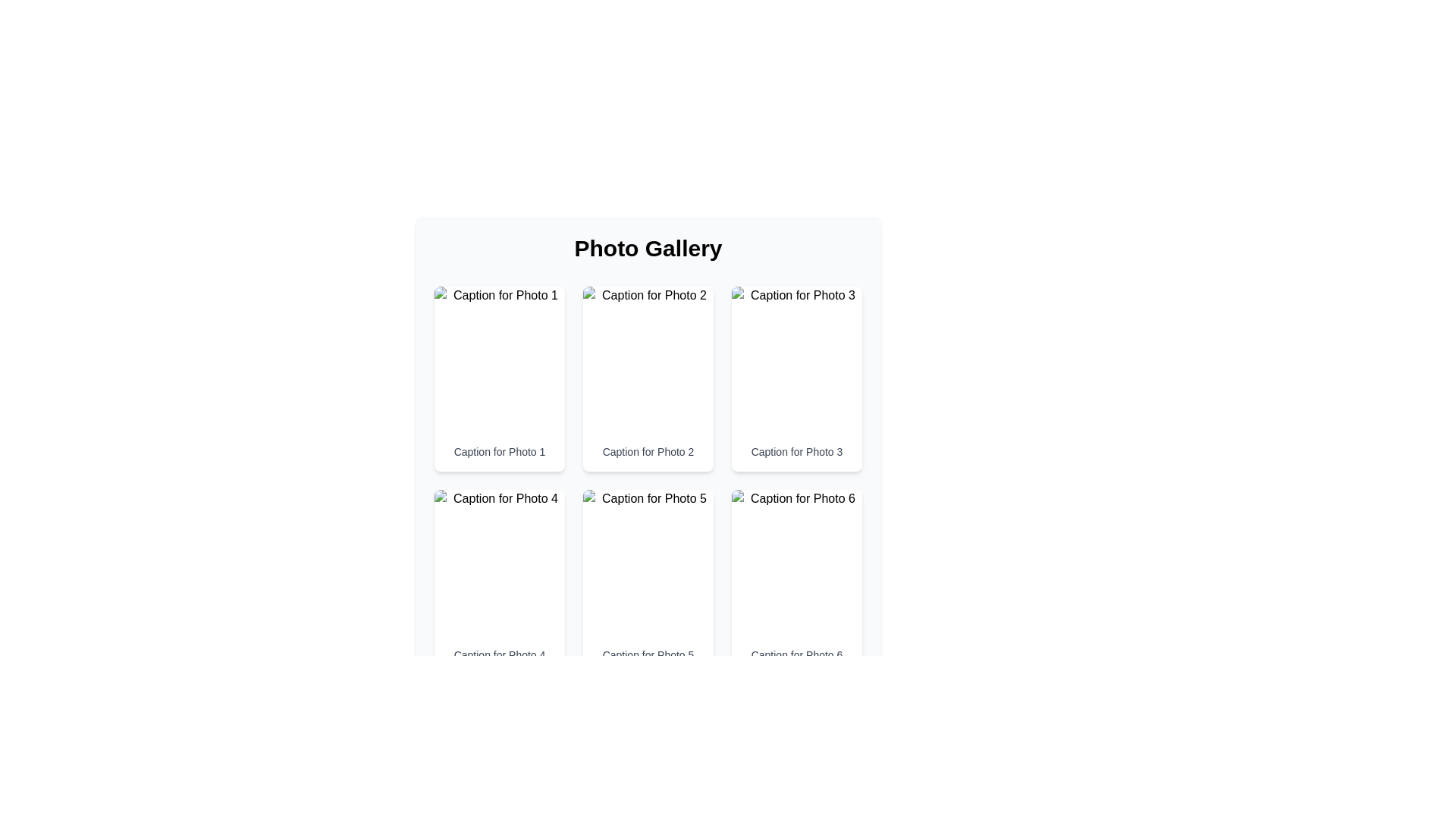 The image size is (1456, 819). I want to click on the 'Photo Gallery' text label, which is a bold, large-sized text centrally aligned at the top of the layout, so click(648, 247).